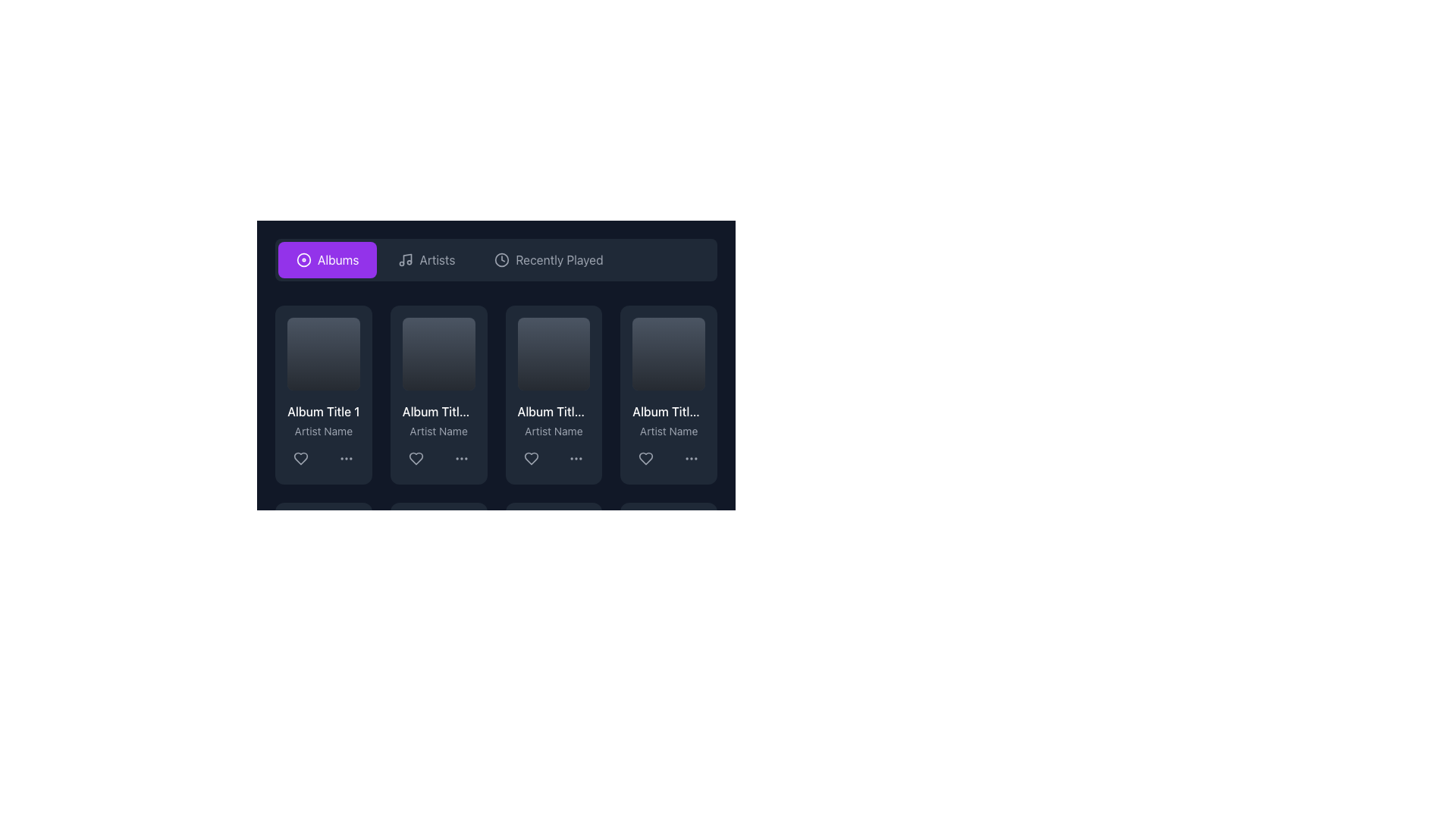 This screenshot has width=1456, height=819. Describe the element at coordinates (301, 457) in the screenshot. I see `the heart icon button located beneath the first album item titled 'Album Title 1'` at that location.